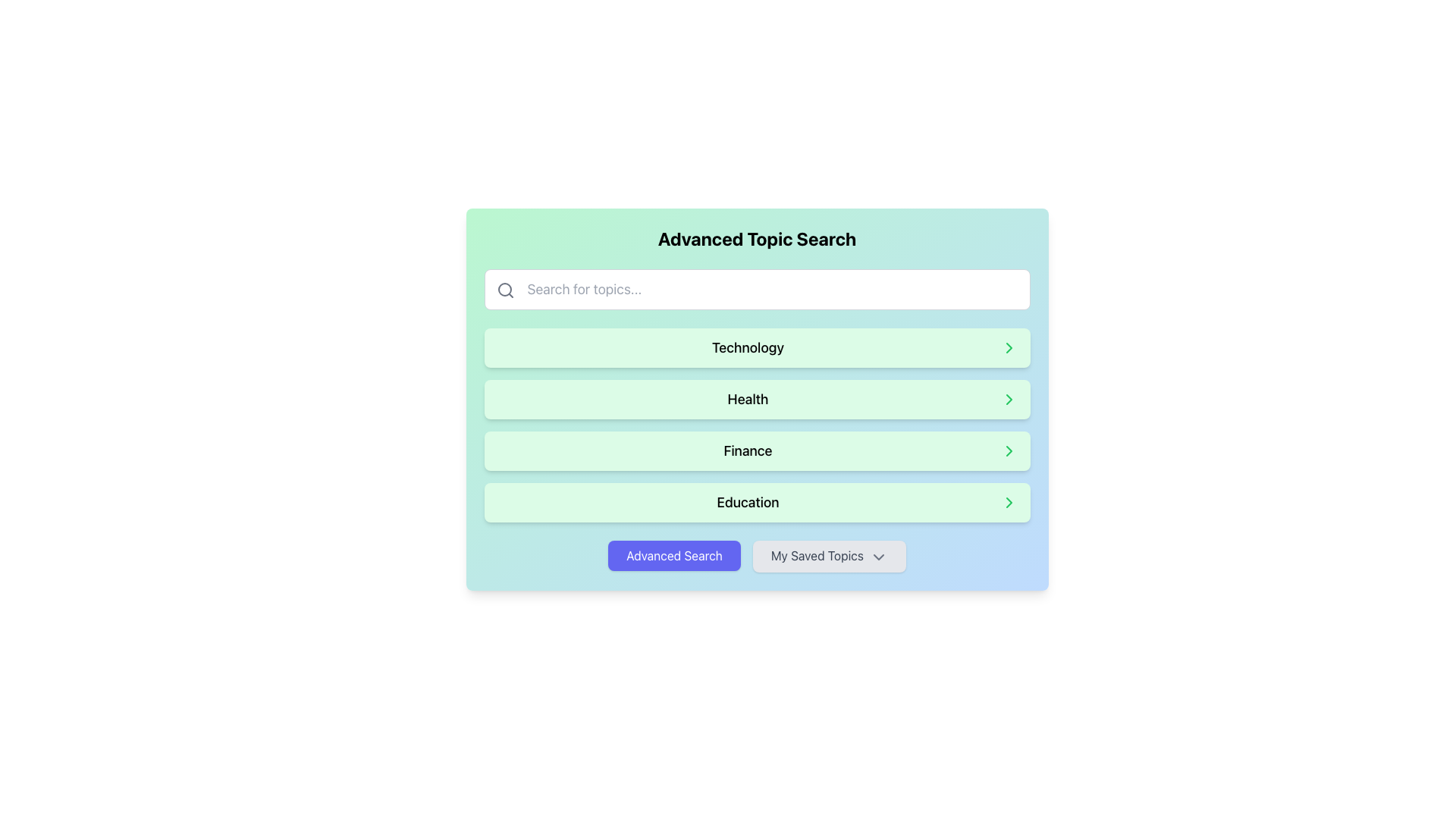 The height and width of the screenshot is (819, 1456). Describe the element at coordinates (1009, 348) in the screenshot. I see `the icon located on the far-right side of the 'Technology' button` at that location.